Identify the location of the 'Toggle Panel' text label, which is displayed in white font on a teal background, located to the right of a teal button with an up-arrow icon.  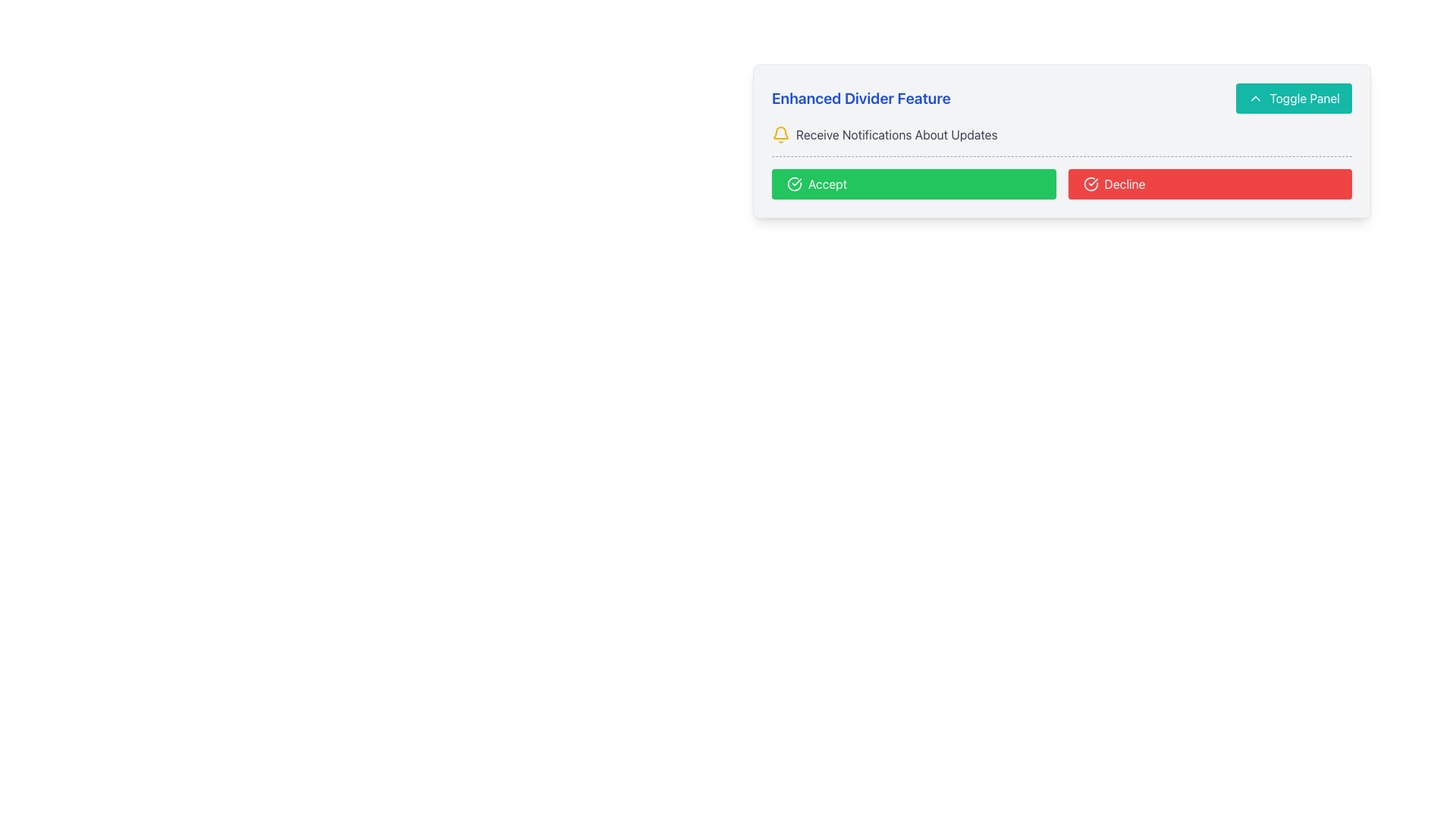
(1304, 99).